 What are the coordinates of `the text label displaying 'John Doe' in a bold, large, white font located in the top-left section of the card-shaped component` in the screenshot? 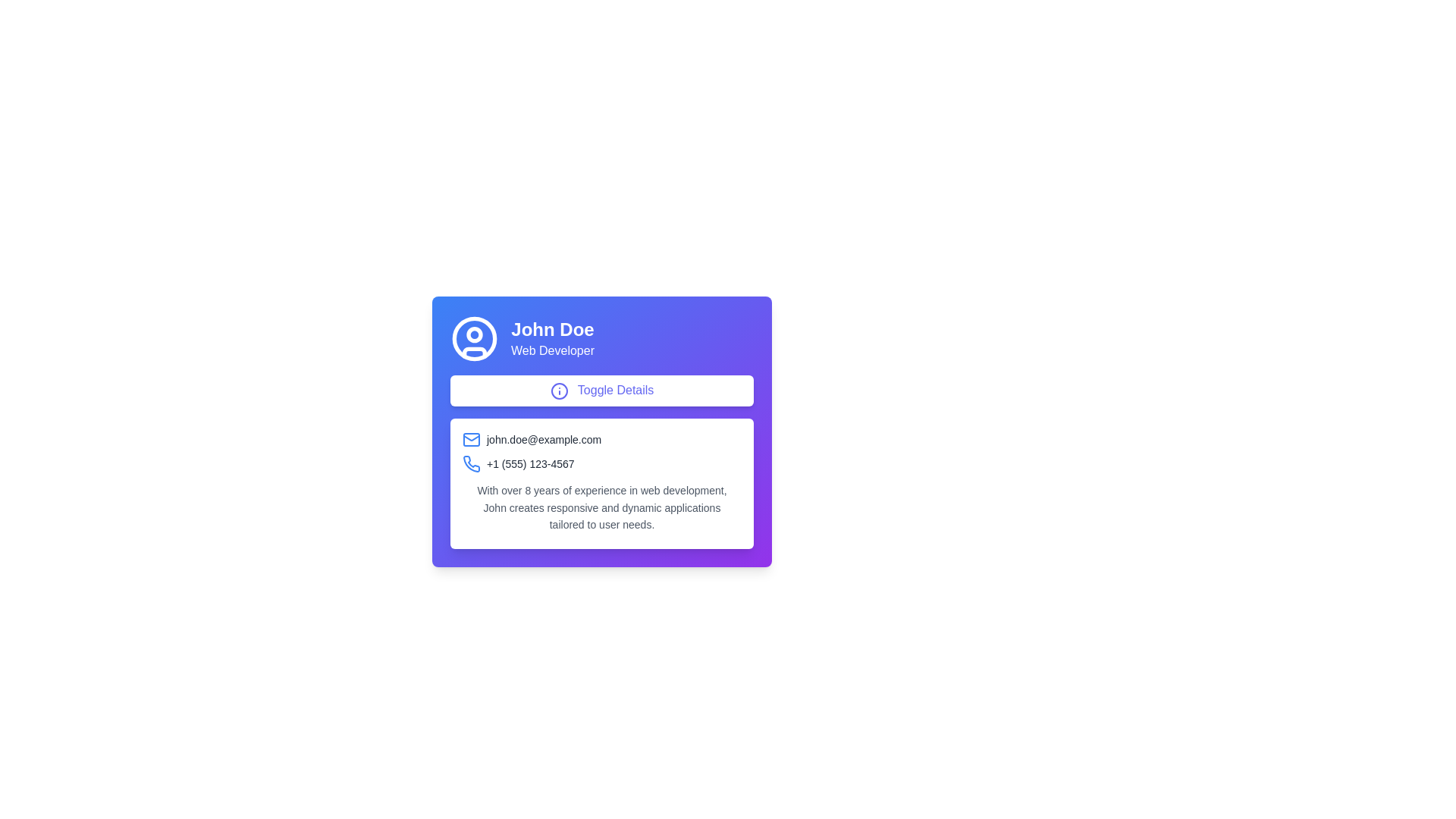 It's located at (552, 329).